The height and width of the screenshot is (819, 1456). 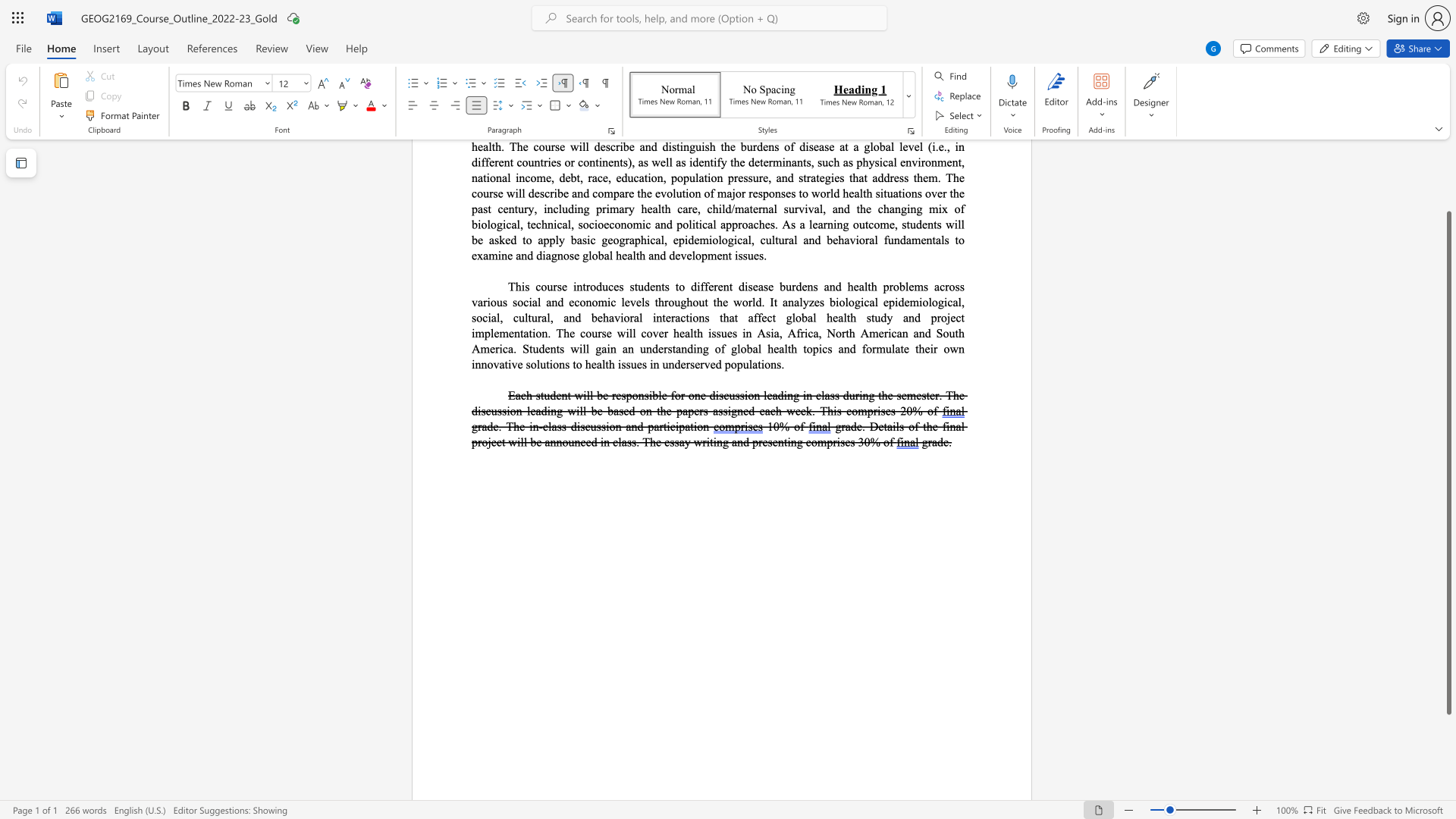 What do you see at coordinates (1448, 180) in the screenshot?
I see `the page's right scrollbar for upward movement` at bounding box center [1448, 180].